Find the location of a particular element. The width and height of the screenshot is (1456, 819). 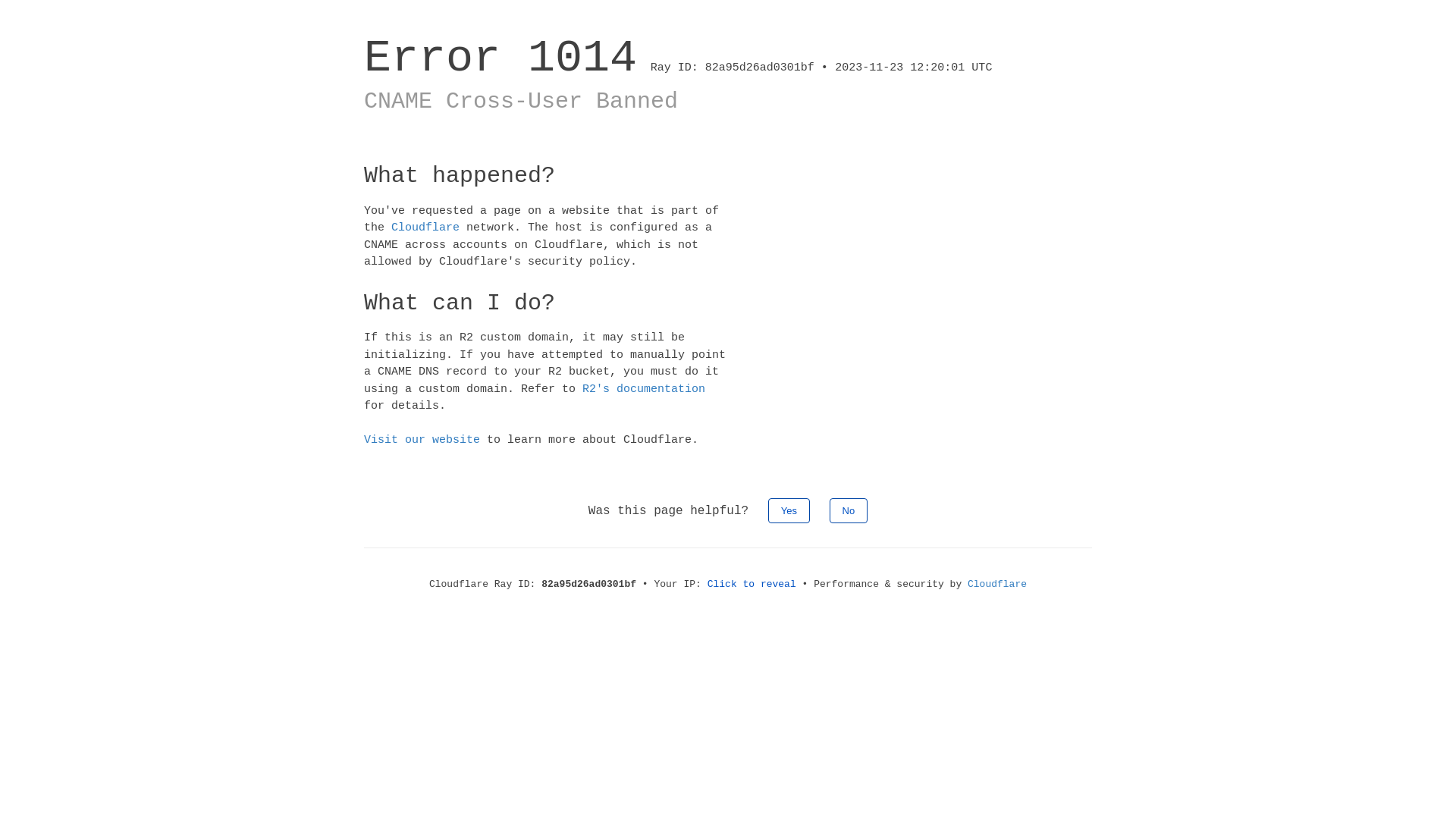

'R2's documentation' is located at coordinates (644, 388).